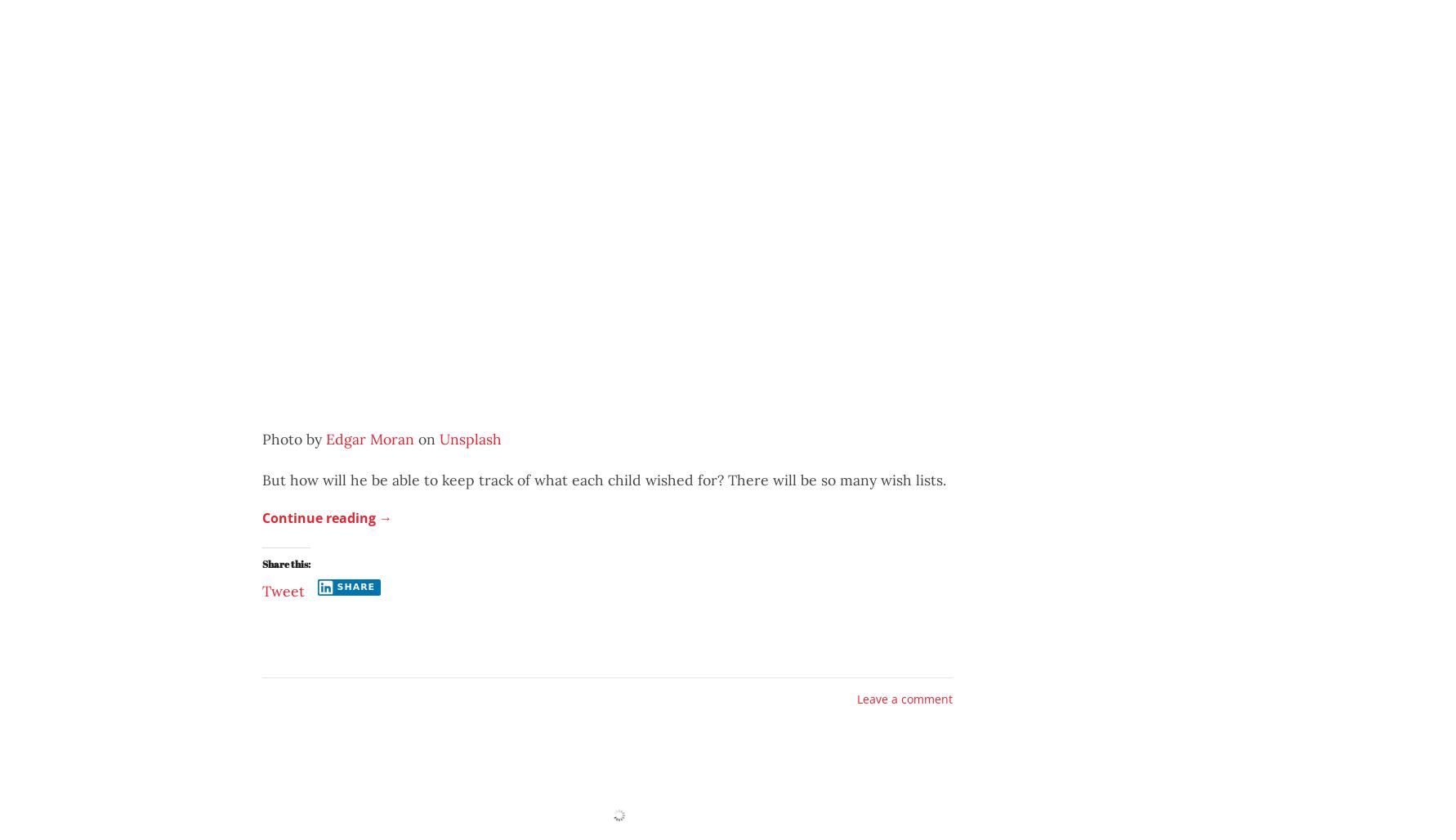  What do you see at coordinates (282, 590) in the screenshot?
I see `'Tweet'` at bounding box center [282, 590].